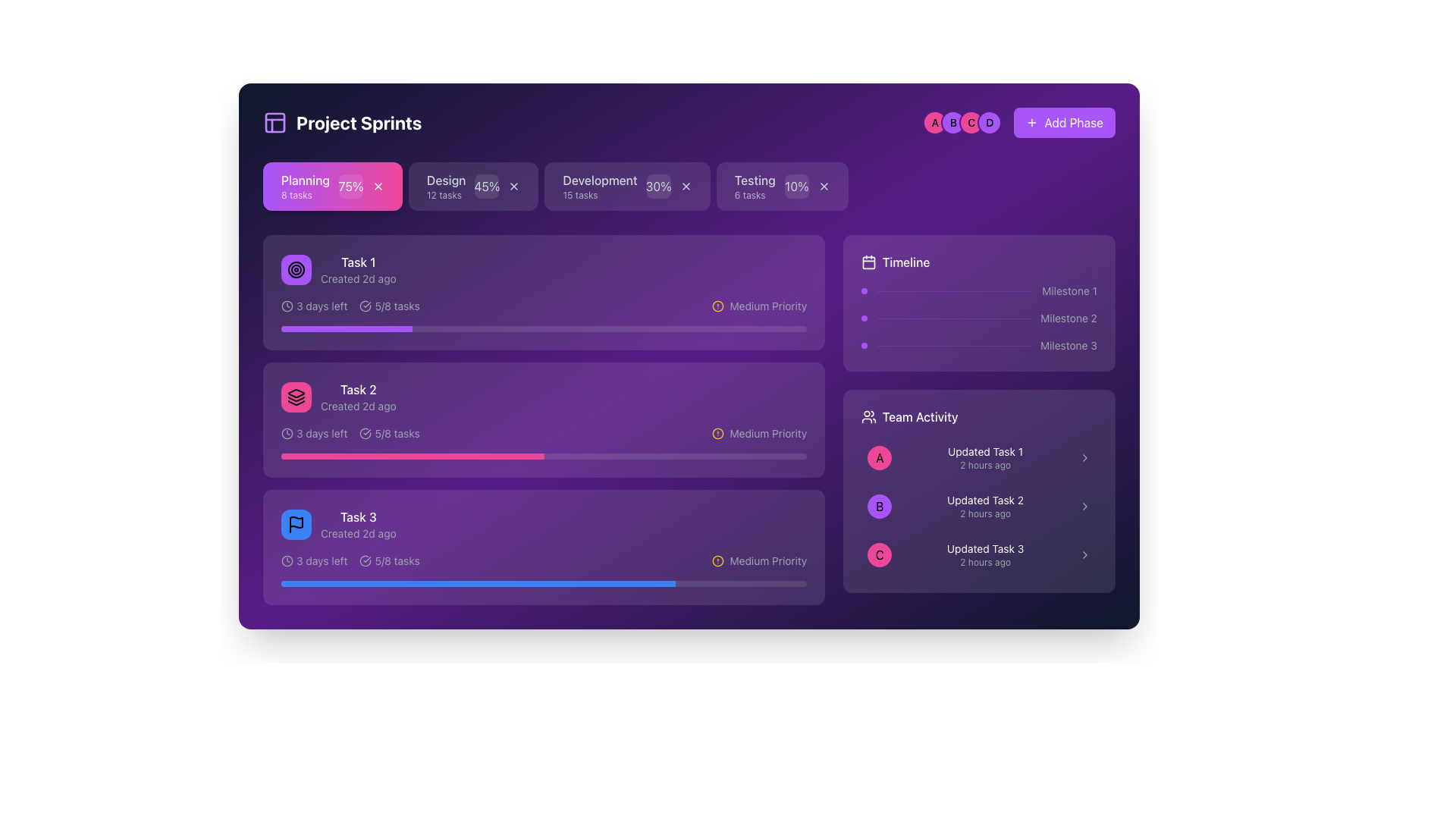 This screenshot has width=1456, height=819. I want to click on the right-pointing chevron icon located to the right of the 'Updated Task 3' text in the 'Team Activity' section, so click(1084, 555).